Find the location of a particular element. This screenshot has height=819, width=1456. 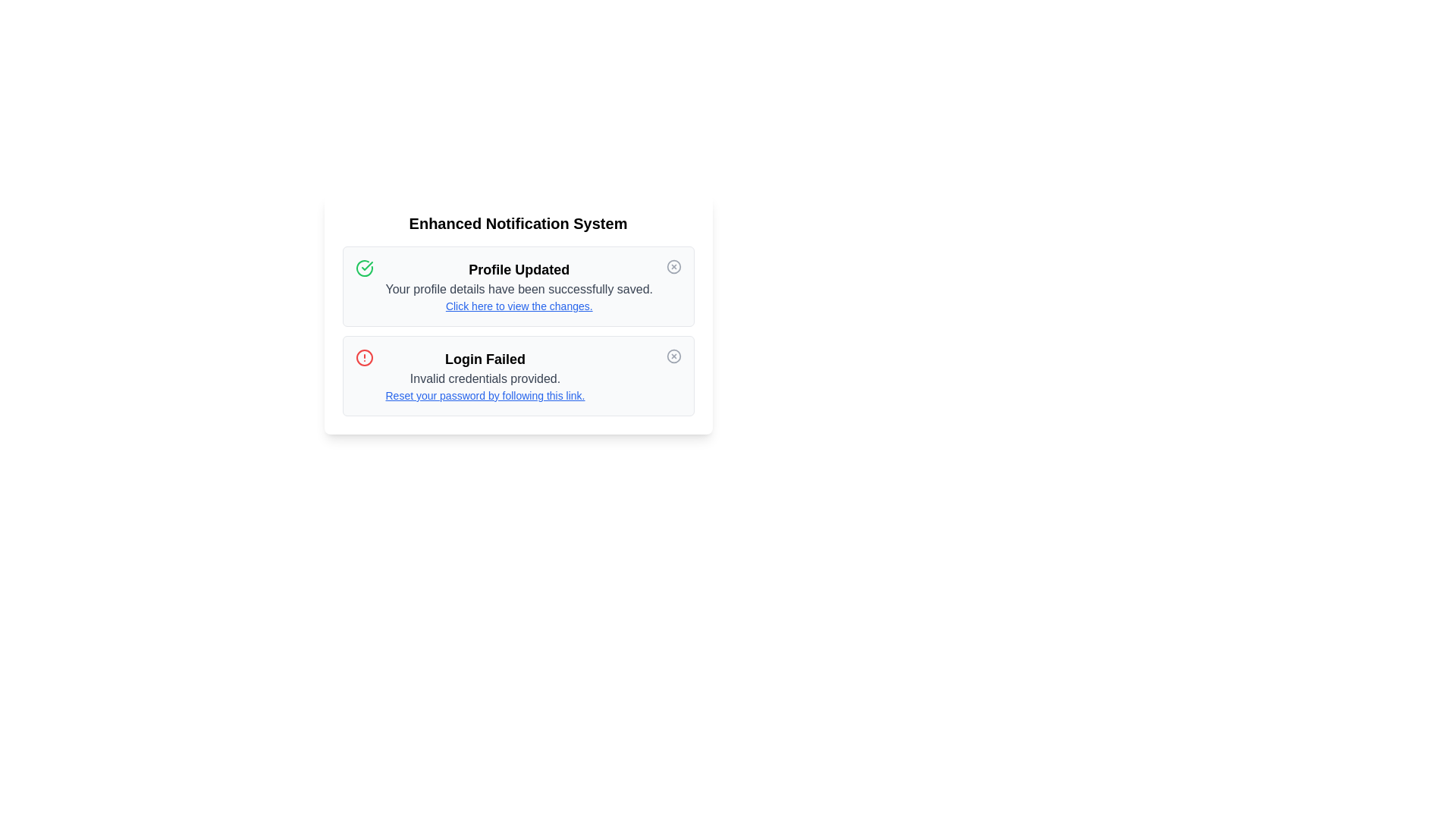

the link inside the alert with title Profile Updated is located at coordinates (519, 306).